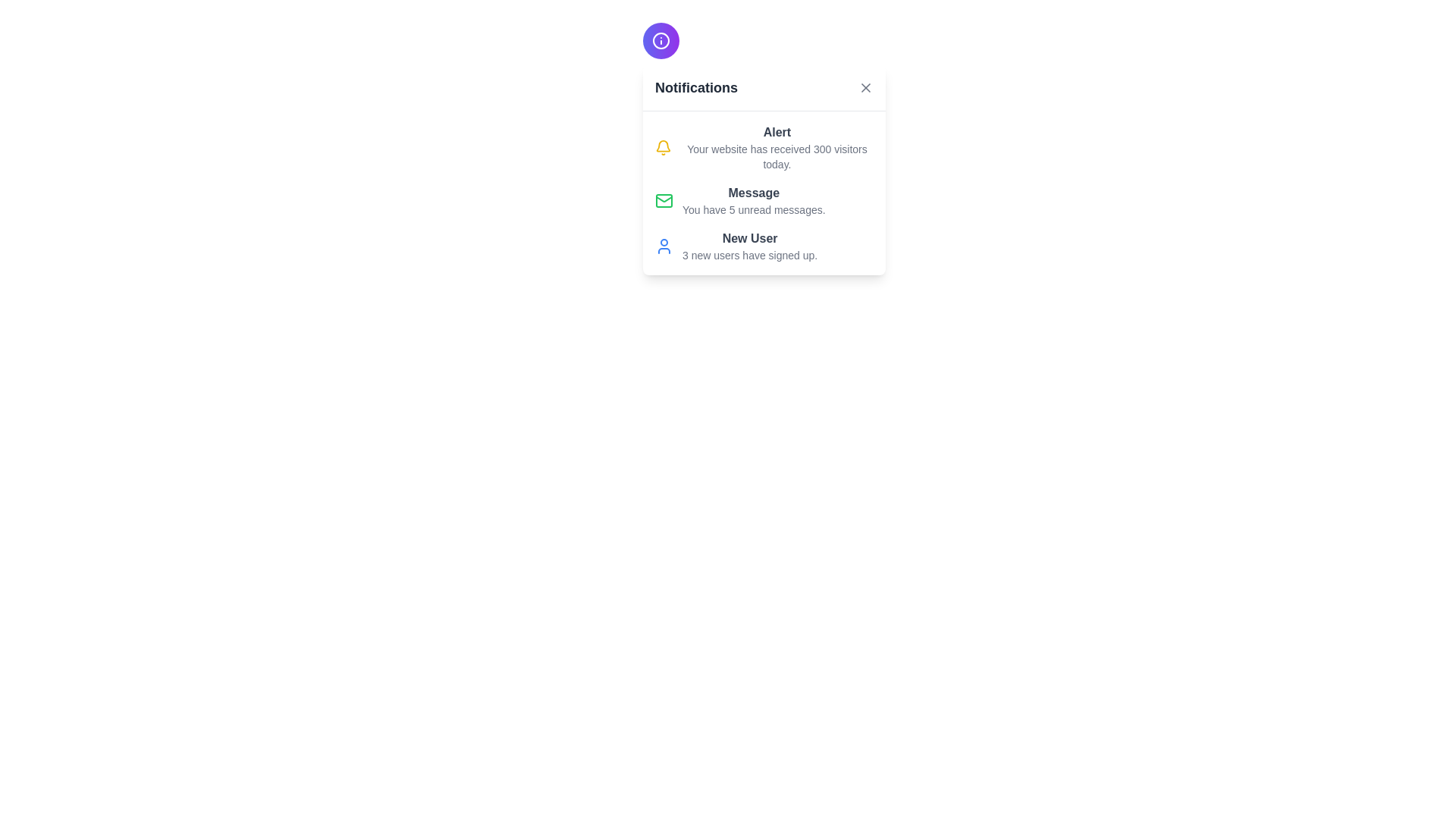 Image resolution: width=1456 pixels, height=819 pixels. I want to click on the circular SVG element with a purple outer color located in the icon above the notifications popup, so click(661, 40).